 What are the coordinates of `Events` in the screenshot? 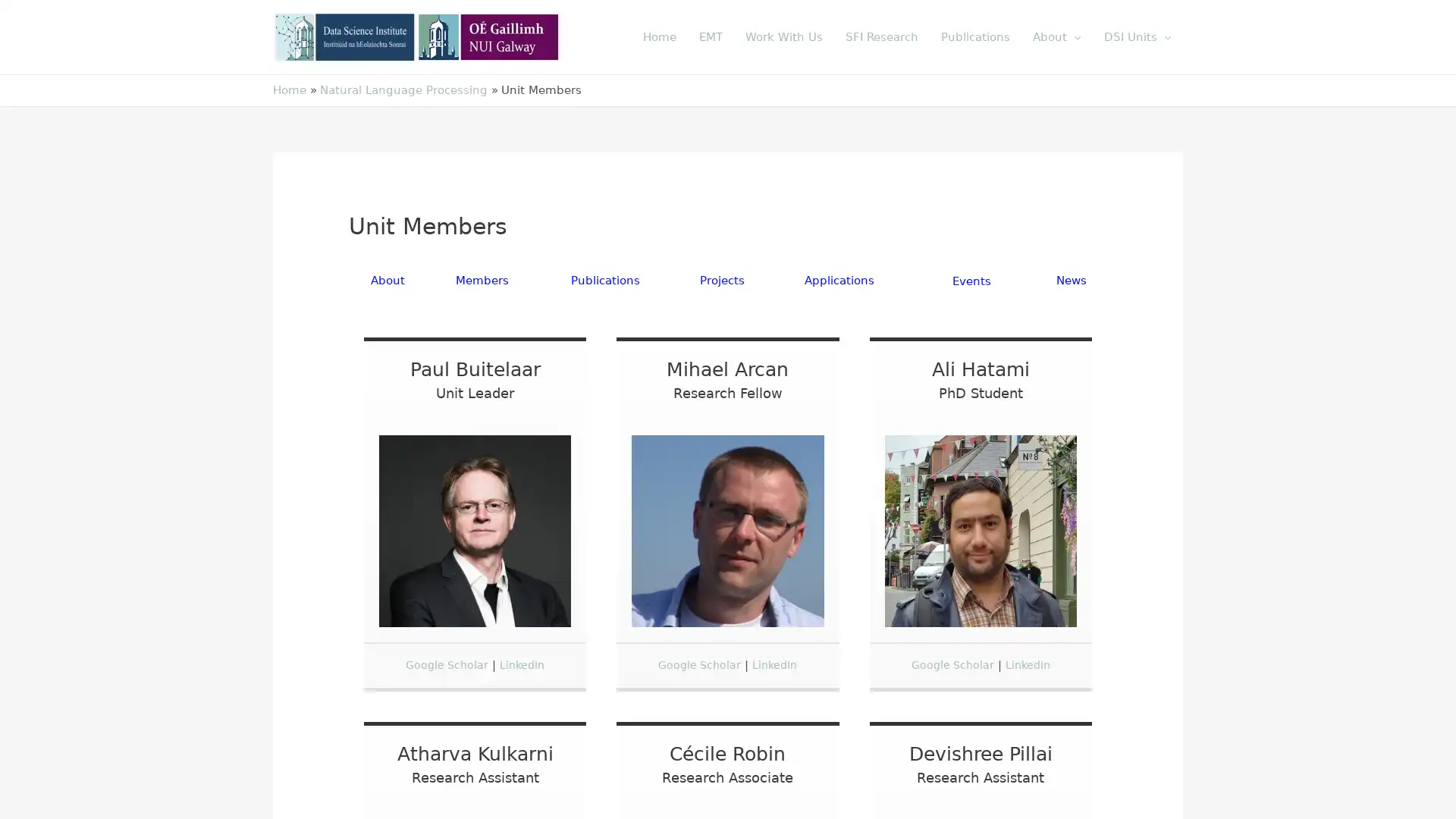 It's located at (971, 281).